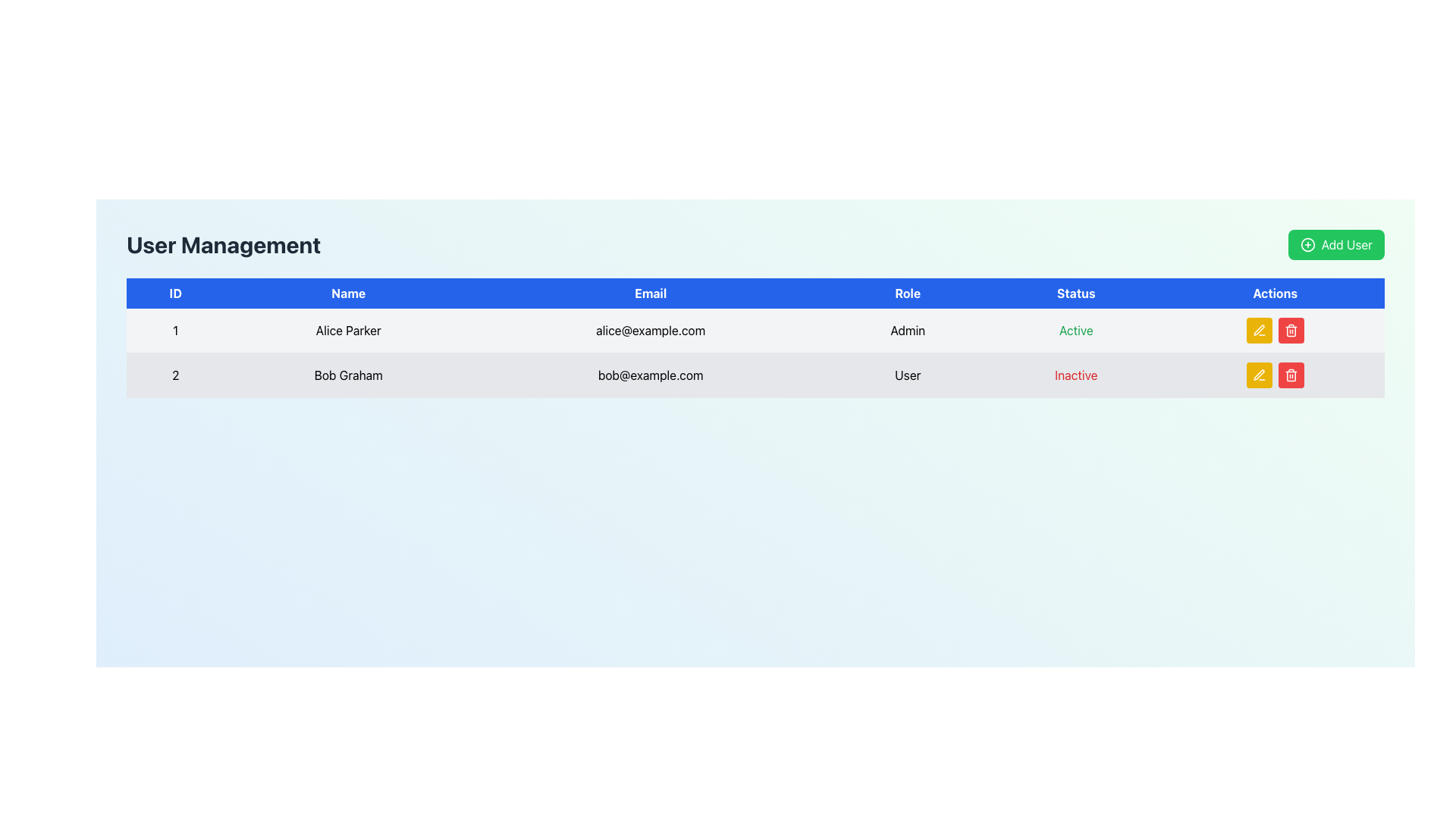  Describe the element at coordinates (1259, 374) in the screenshot. I see `the small yellow pen icon in the 'Actions' column on the second row of the user table to initiate the edit action for the user 'Bob Graham'` at that location.